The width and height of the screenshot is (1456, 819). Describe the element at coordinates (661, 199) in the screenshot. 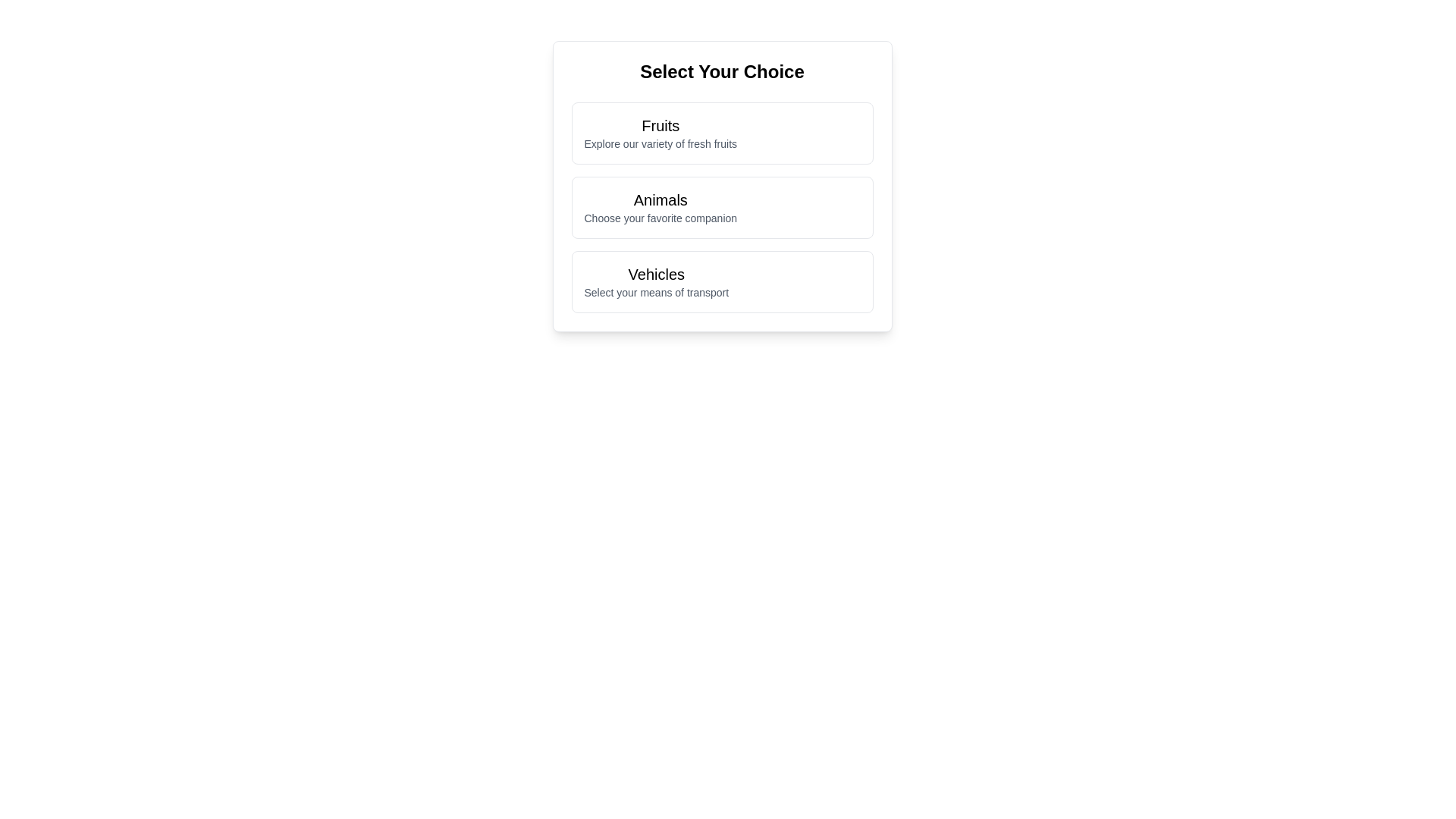

I see `static text label indicating the category 'Animals', which is positioned as the first line of text in the second card of a vertical list of options, located below the 'Fruits' card and above the 'Vehicles' card` at that location.